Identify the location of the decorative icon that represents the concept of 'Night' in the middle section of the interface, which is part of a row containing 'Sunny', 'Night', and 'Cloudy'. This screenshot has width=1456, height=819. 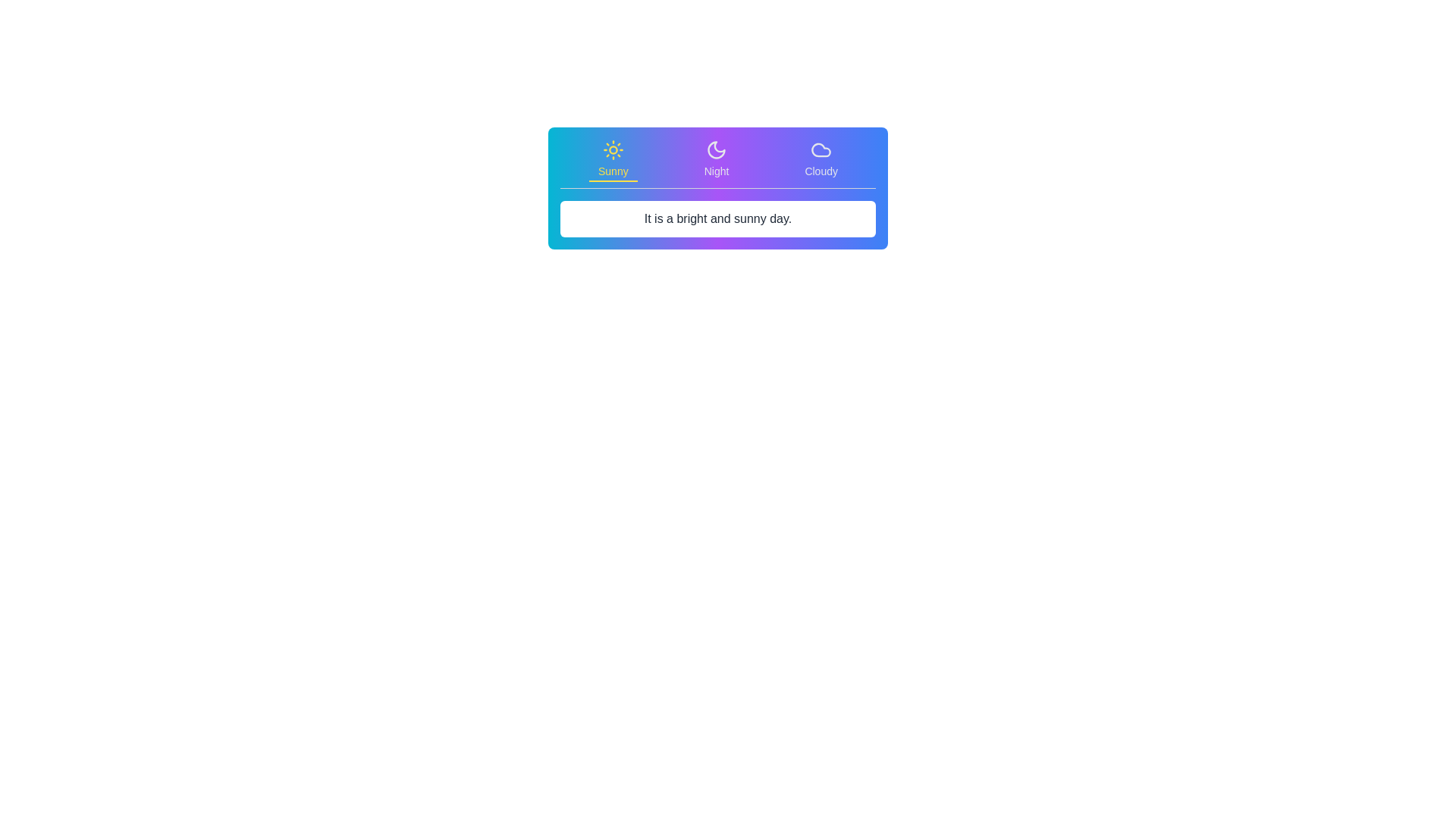
(716, 149).